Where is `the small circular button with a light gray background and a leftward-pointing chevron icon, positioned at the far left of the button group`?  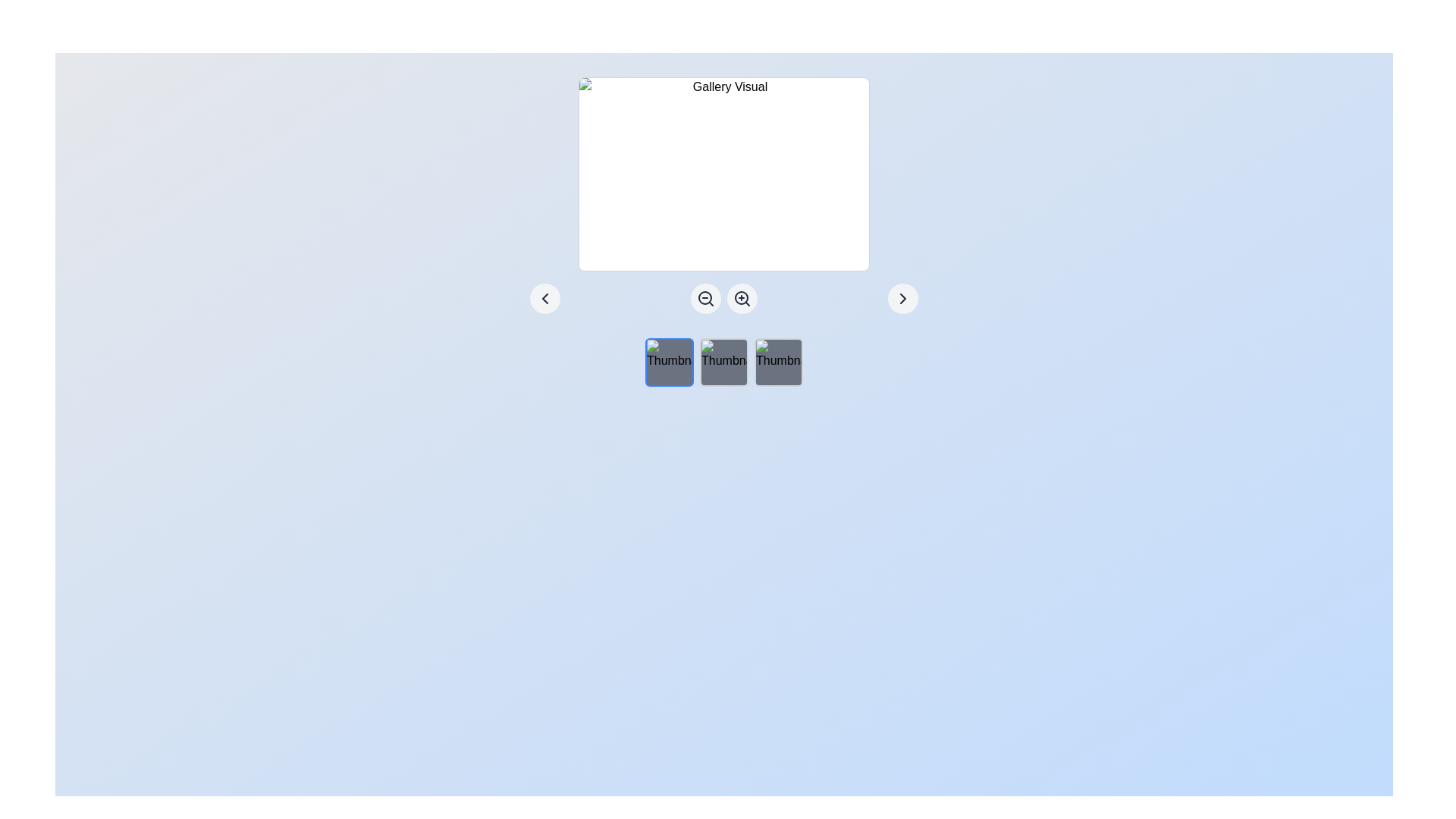
the small circular button with a light gray background and a leftward-pointing chevron icon, positioned at the far left of the button group is located at coordinates (545, 298).